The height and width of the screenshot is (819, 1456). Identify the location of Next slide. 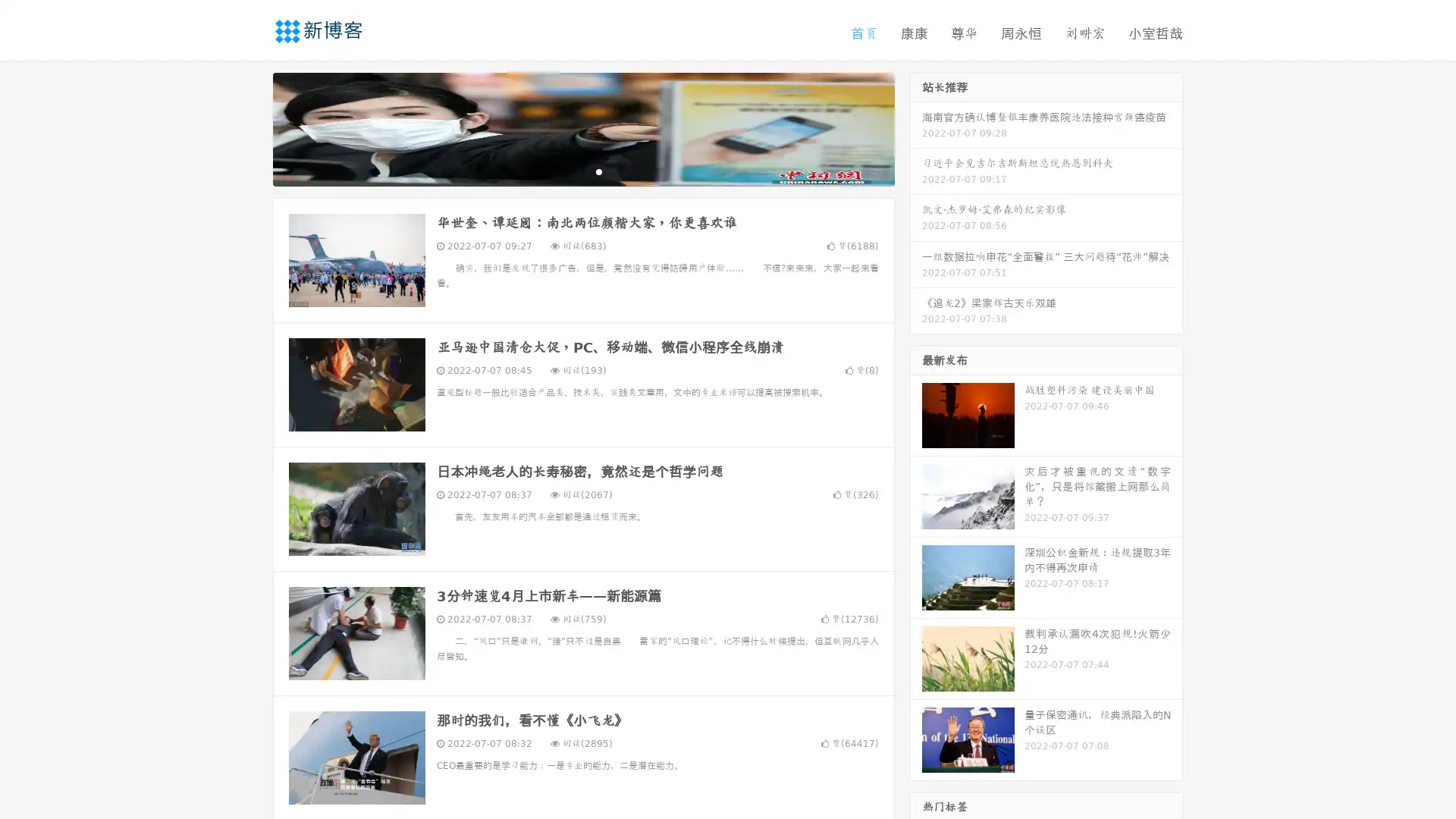
(916, 127).